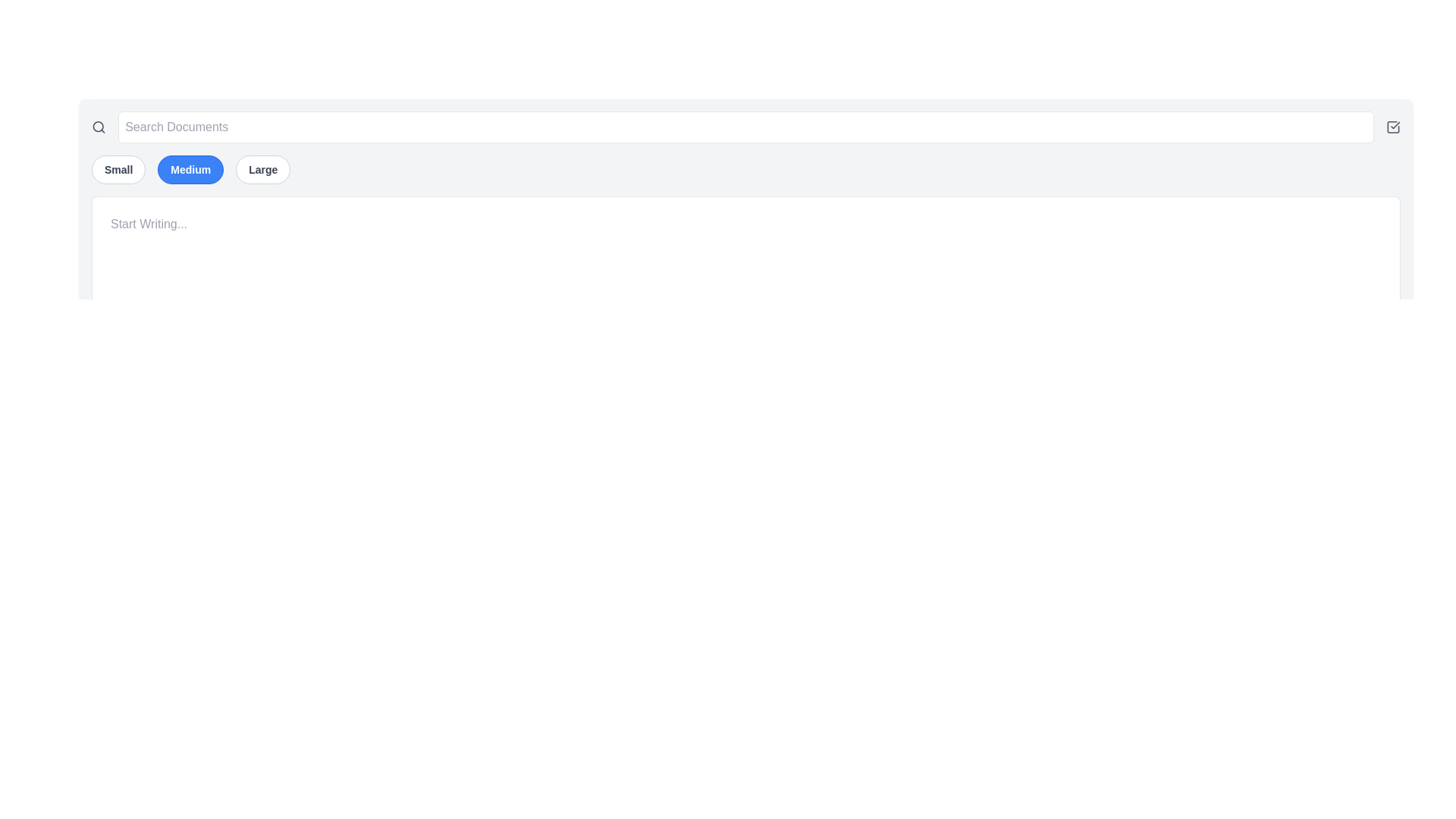  Describe the element at coordinates (118, 169) in the screenshot. I see `the 'Small' size selection button located at the top left corner of the interface` at that location.